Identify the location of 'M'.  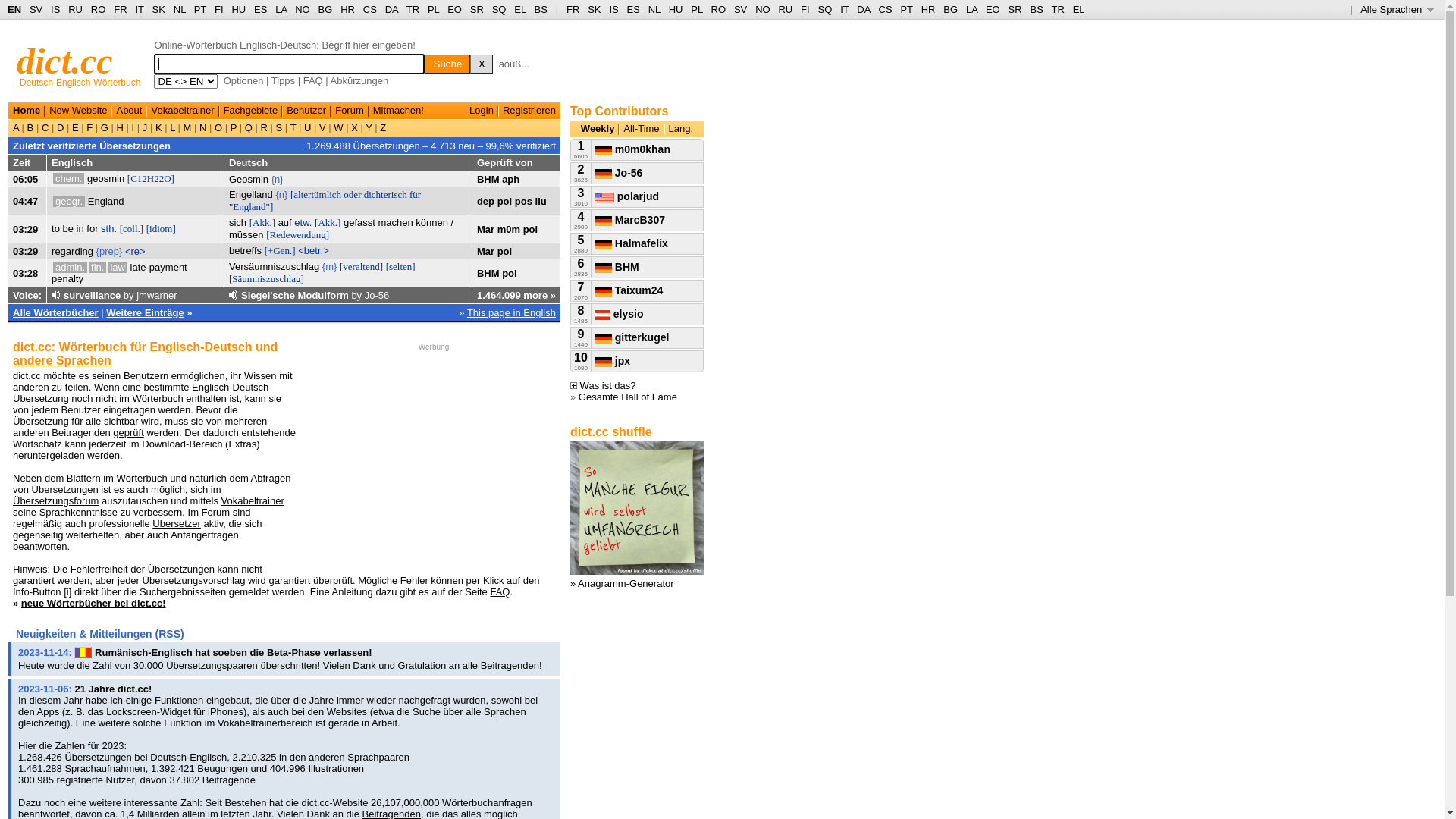
(186, 127).